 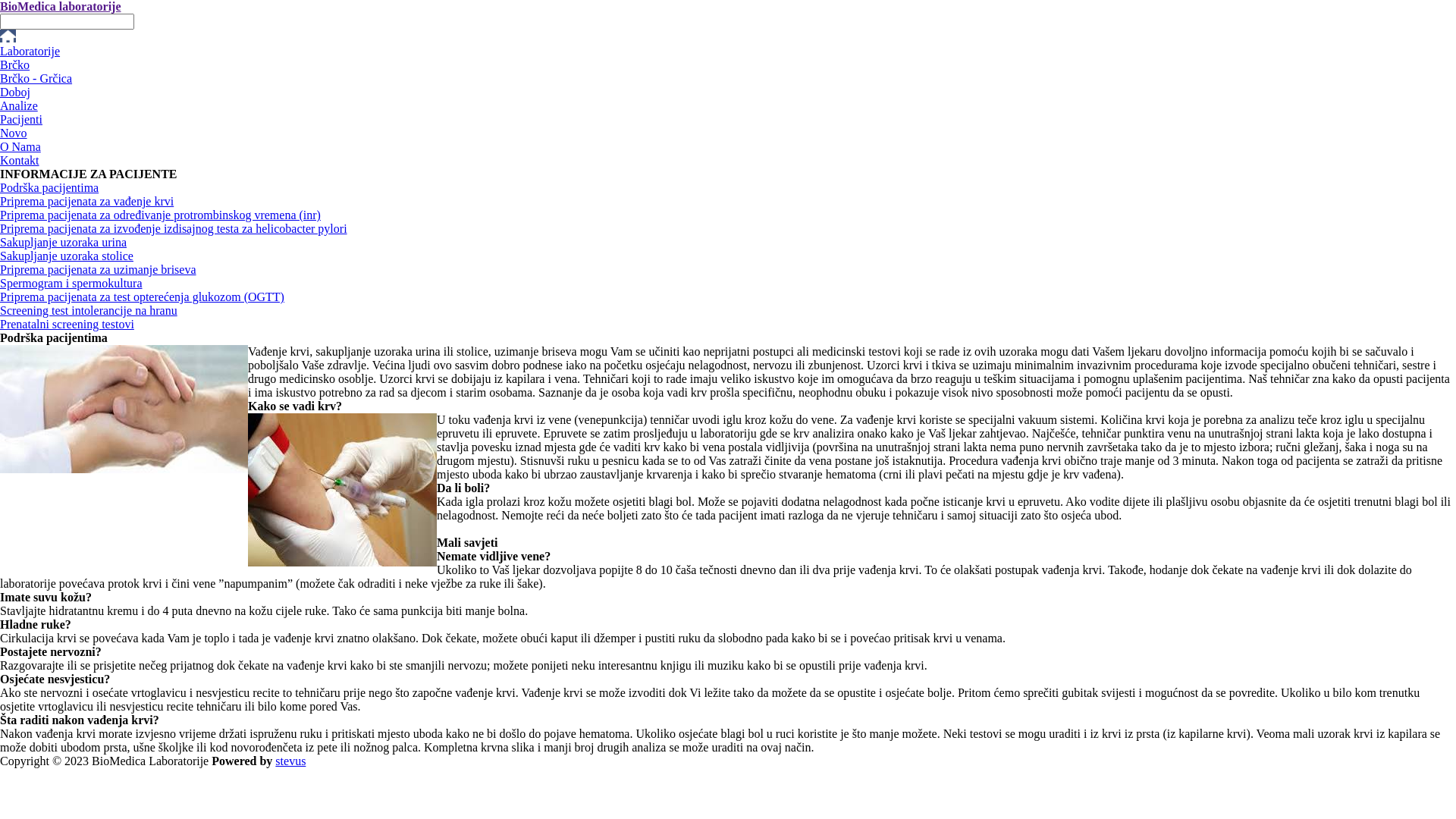 I want to click on 'BioMedica laboratorije', so click(x=61, y=6).